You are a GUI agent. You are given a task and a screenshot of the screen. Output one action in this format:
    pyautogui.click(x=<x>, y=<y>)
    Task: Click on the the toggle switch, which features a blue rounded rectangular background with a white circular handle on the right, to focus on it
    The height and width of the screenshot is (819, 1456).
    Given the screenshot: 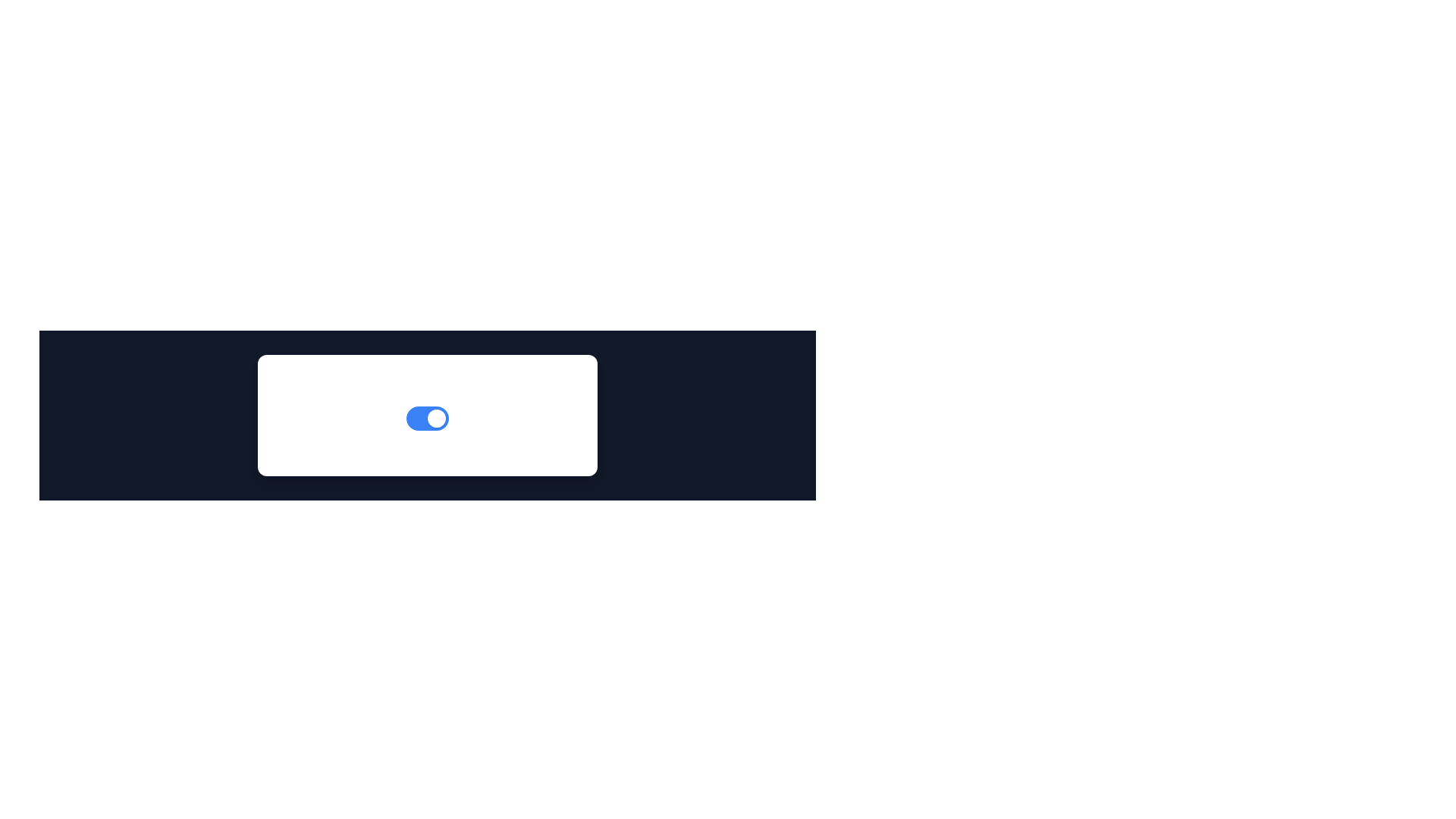 What is the action you would take?
    pyautogui.click(x=427, y=418)
    